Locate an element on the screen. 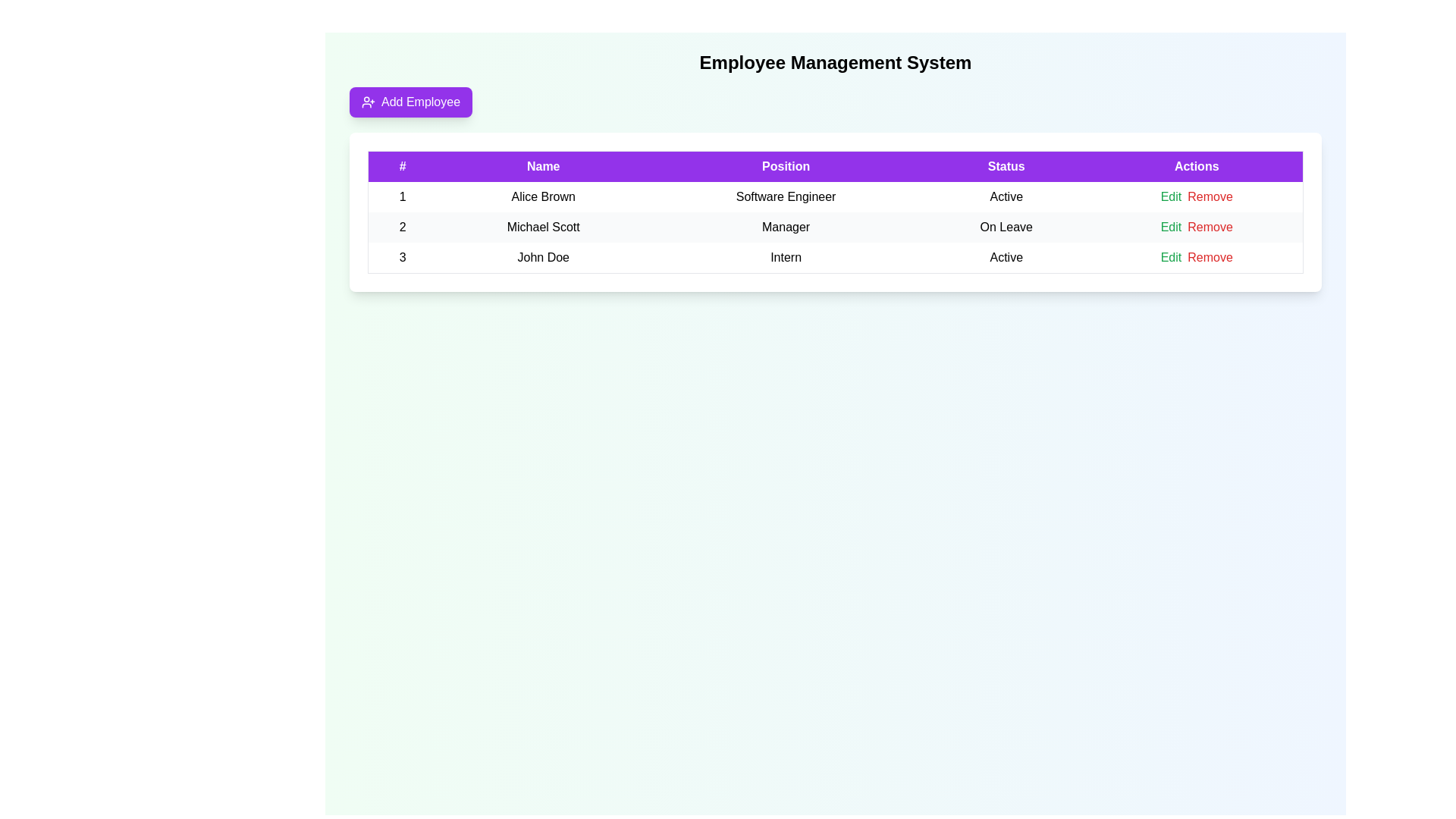 This screenshot has height=819, width=1456. the static text label displaying the number '1' for the row corresponding to 'Alice Brown', which is the first cell in the row under the heading '#' is located at coordinates (402, 196).